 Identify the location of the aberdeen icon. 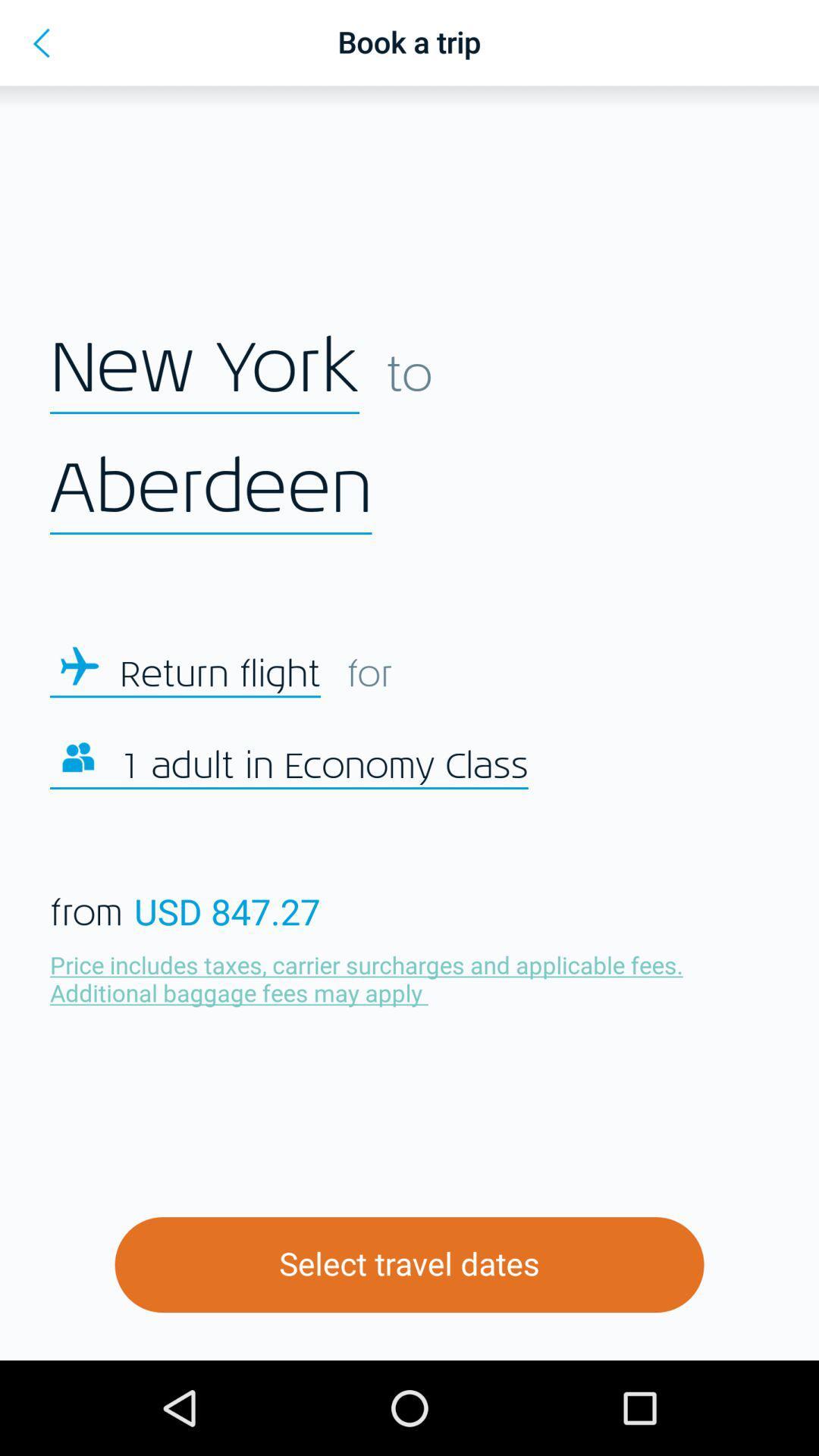
(211, 489).